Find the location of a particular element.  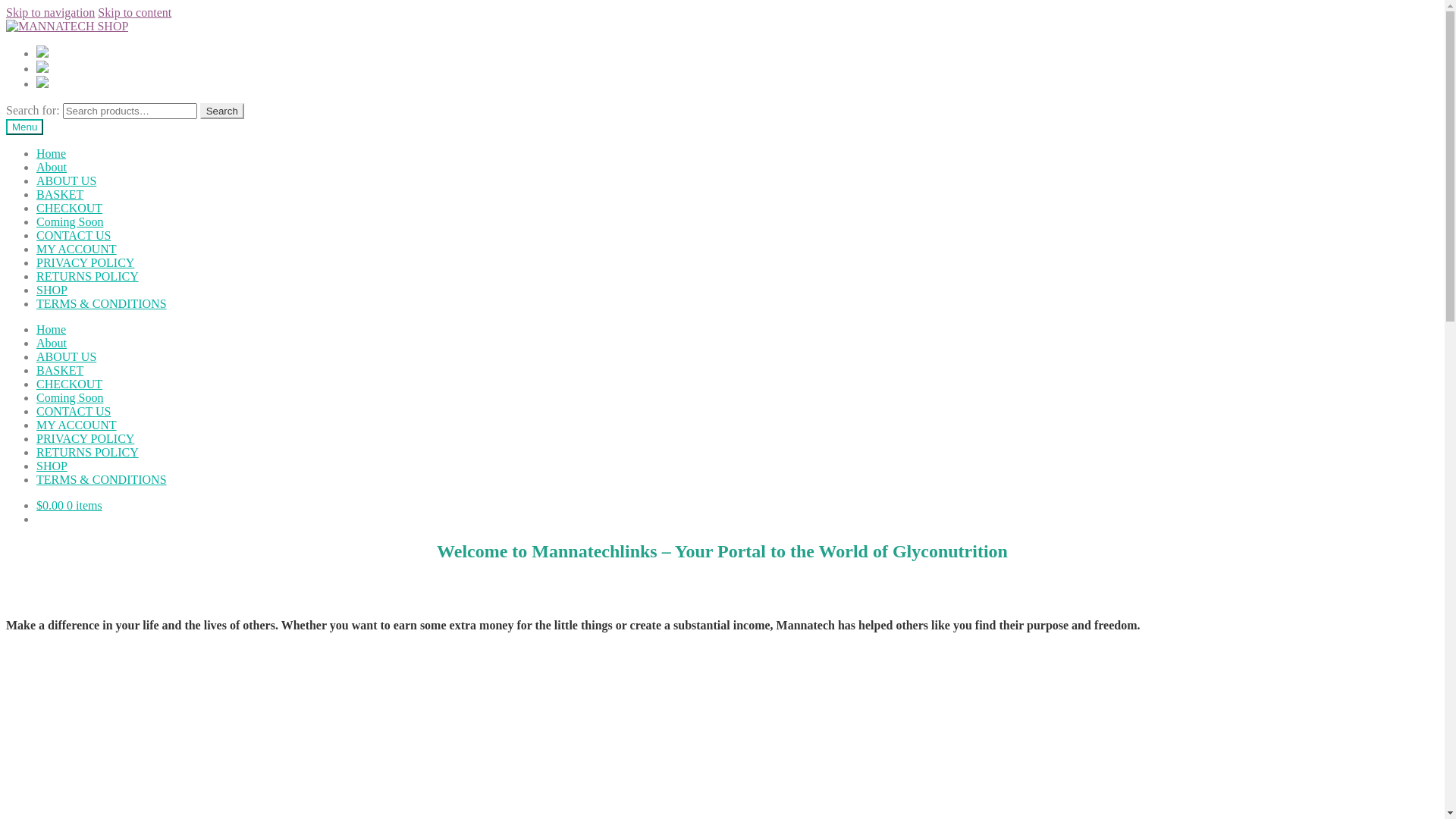

'MANNATECH SHOP' is located at coordinates (66, 26).